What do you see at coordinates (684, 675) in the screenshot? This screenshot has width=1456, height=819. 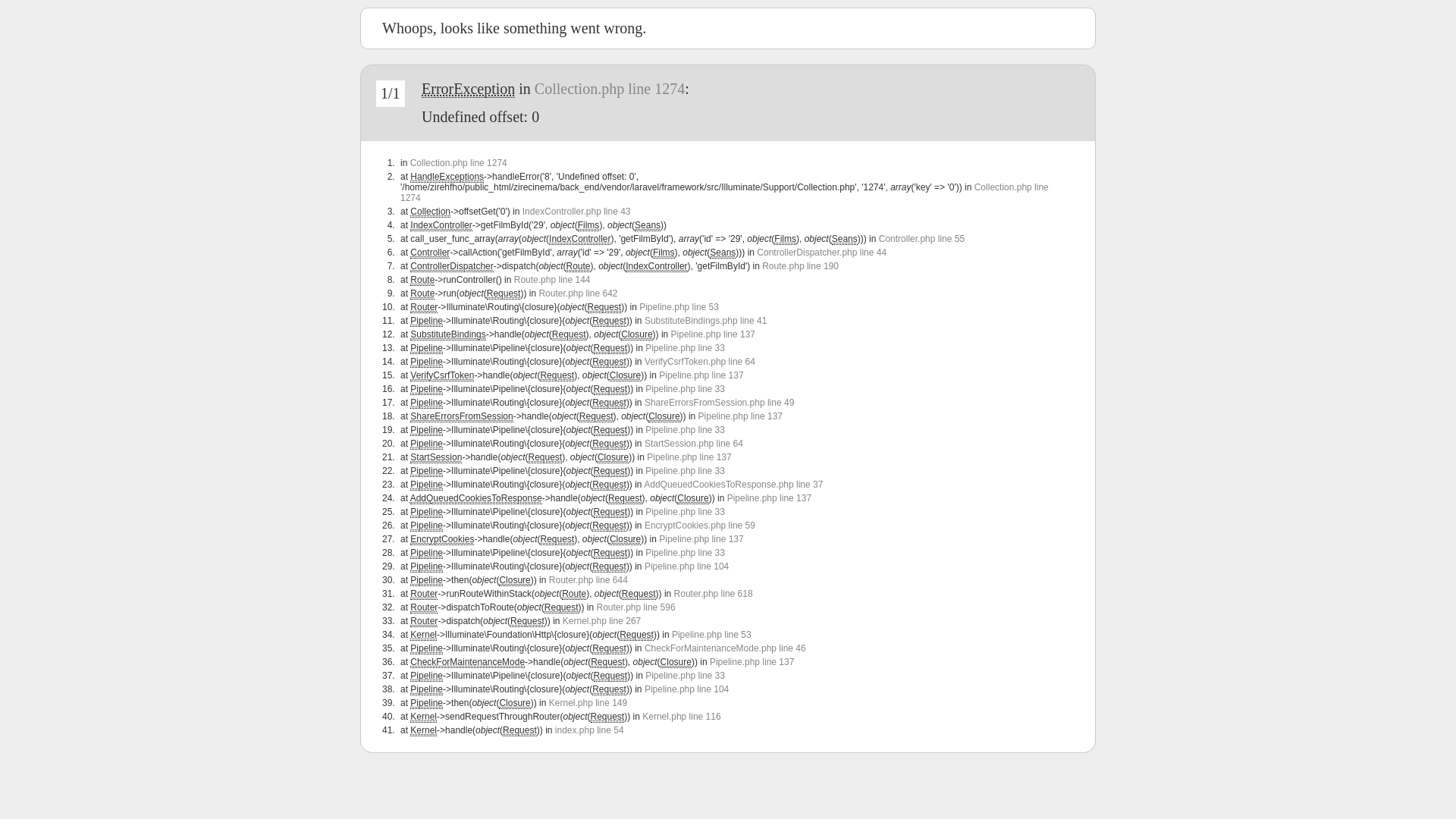 I see `'Pipeline.php line 33'` at bounding box center [684, 675].